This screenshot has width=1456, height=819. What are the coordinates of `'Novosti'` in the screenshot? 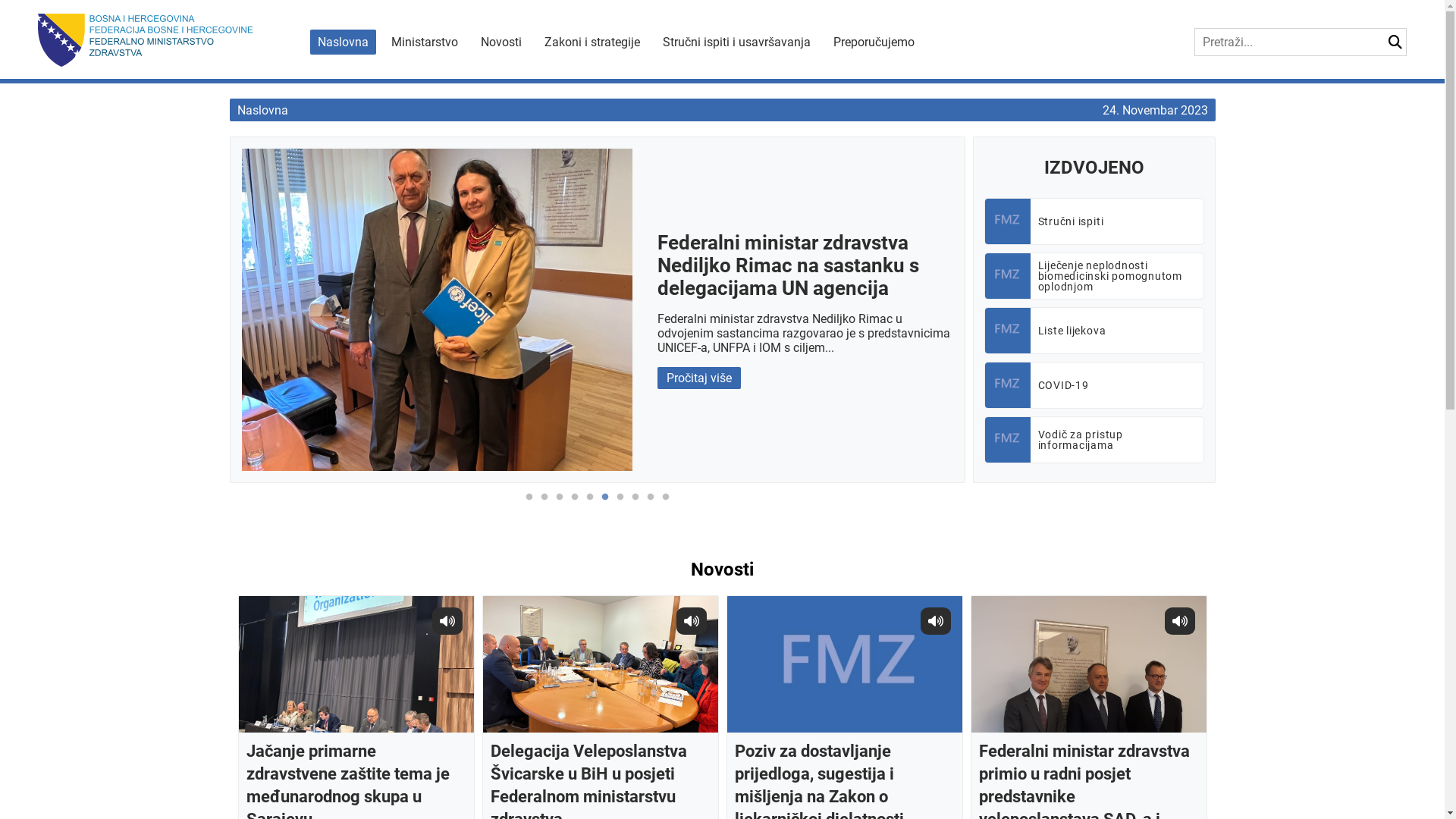 It's located at (501, 41).